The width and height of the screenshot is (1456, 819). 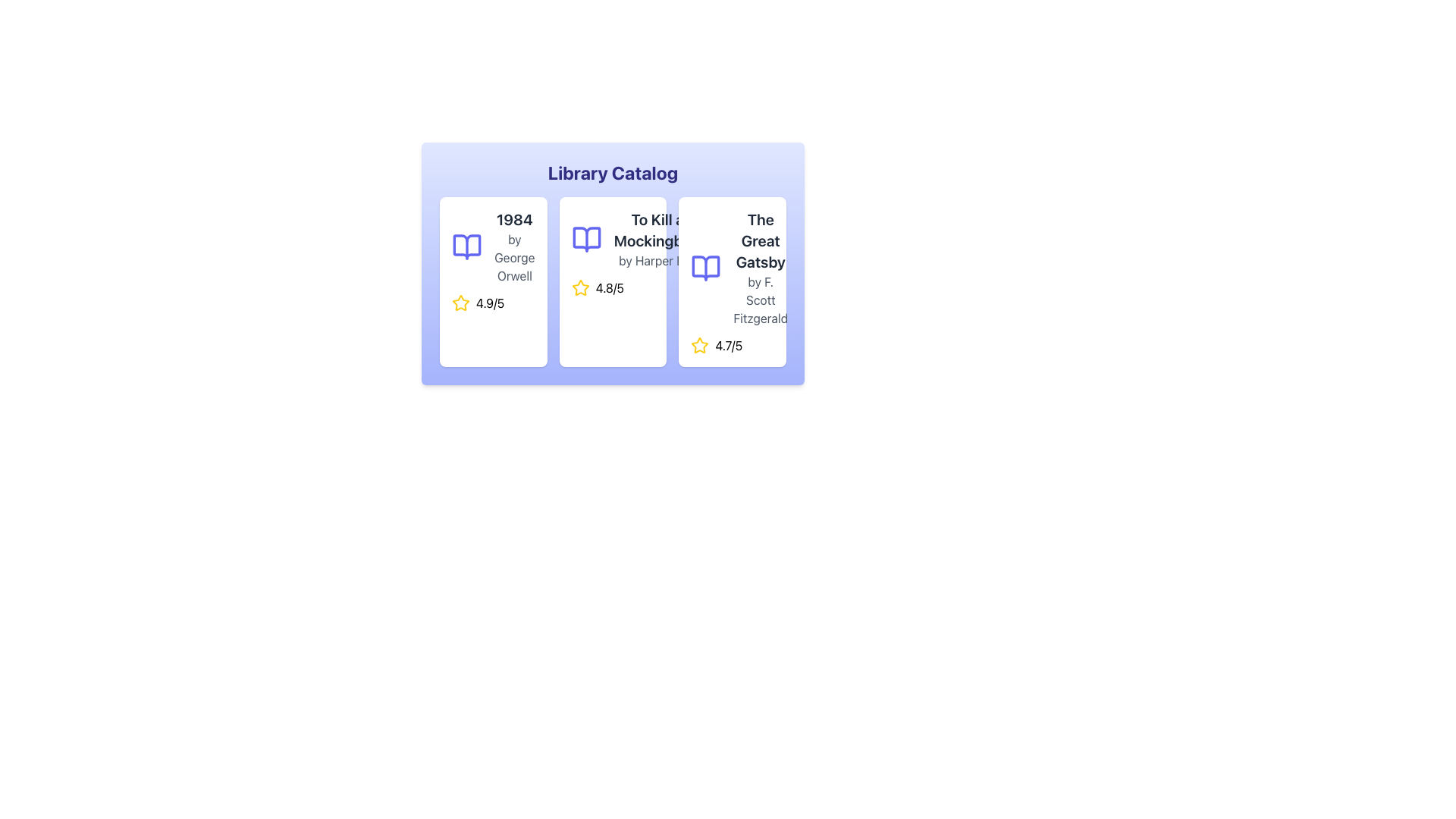 What do you see at coordinates (514, 219) in the screenshot?
I see `text content of the text label displaying '1984' in bold, dark gray font located at the top-left of the first card` at bounding box center [514, 219].